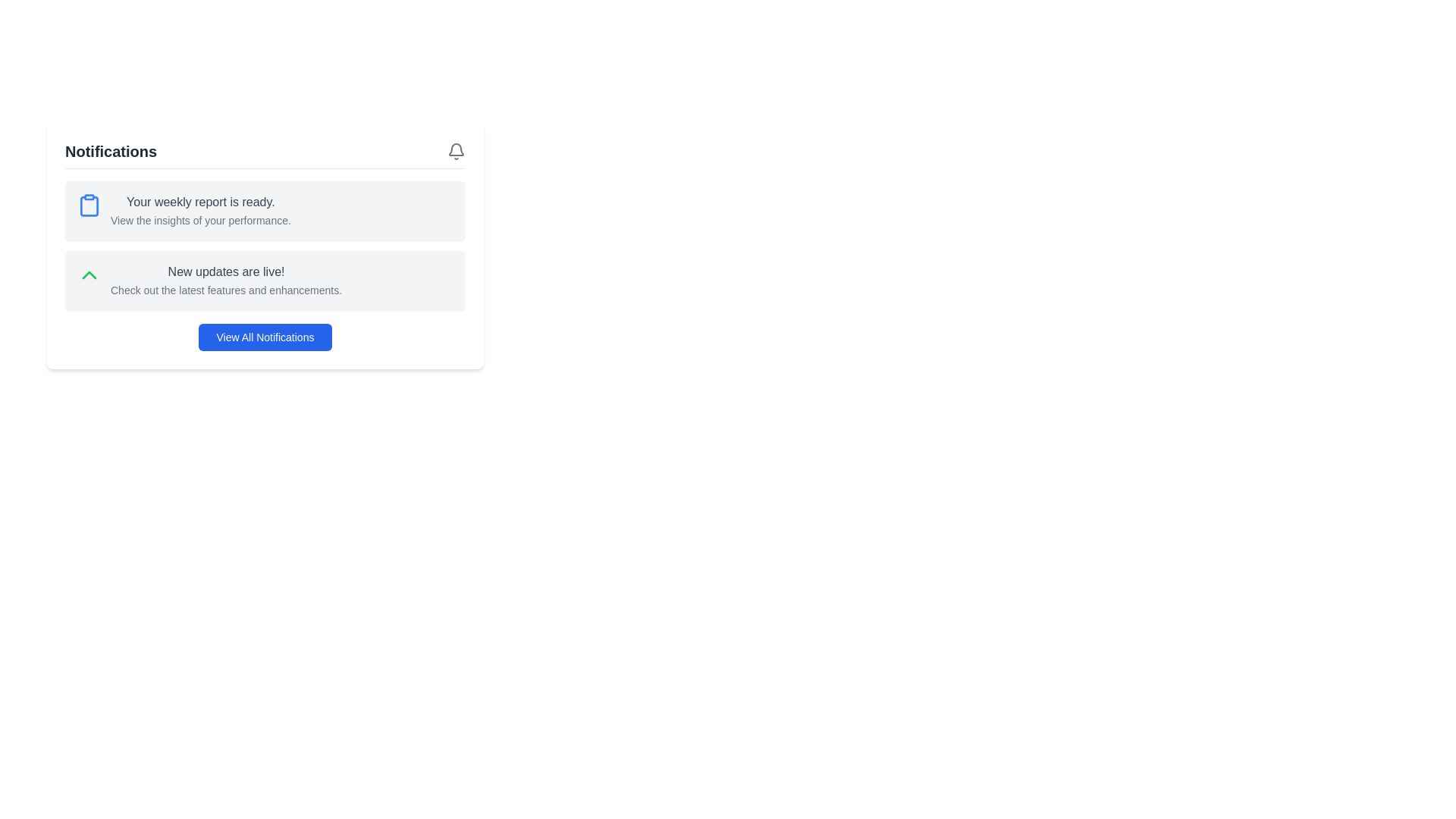  What do you see at coordinates (89, 205) in the screenshot?
I see `the SVG icon representing the clipboard or reporting feature located at the top-left corner of the first notification card, positioned to the left of the text 'Your weekly report is ready.'` at bounding box center [89, 205].